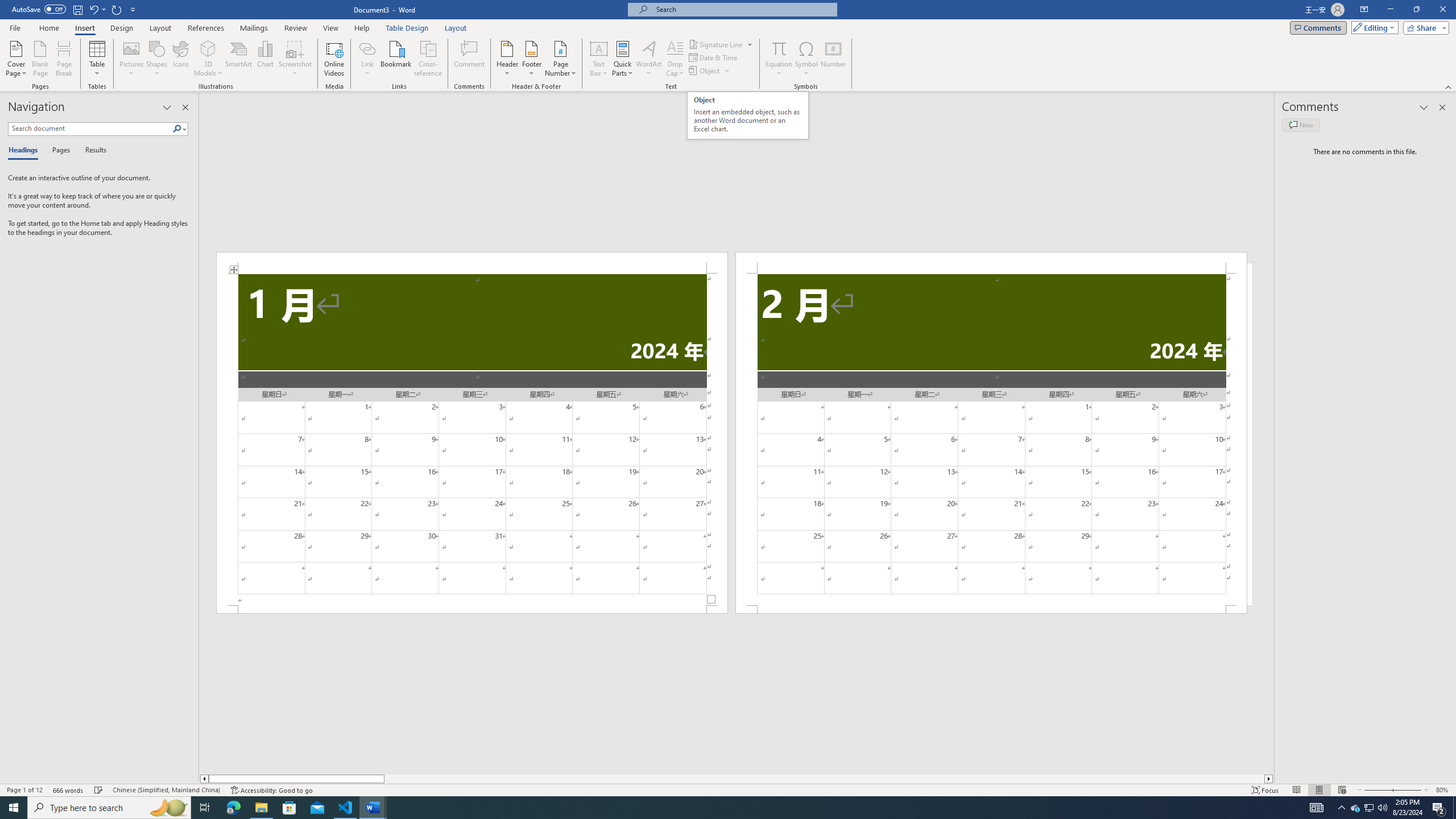 This screenshot has width=1456, height=819. What do you see at coordinates (598, 59) in the screenshot?
I see `'Text Box'` at bounding box center [598, 59].